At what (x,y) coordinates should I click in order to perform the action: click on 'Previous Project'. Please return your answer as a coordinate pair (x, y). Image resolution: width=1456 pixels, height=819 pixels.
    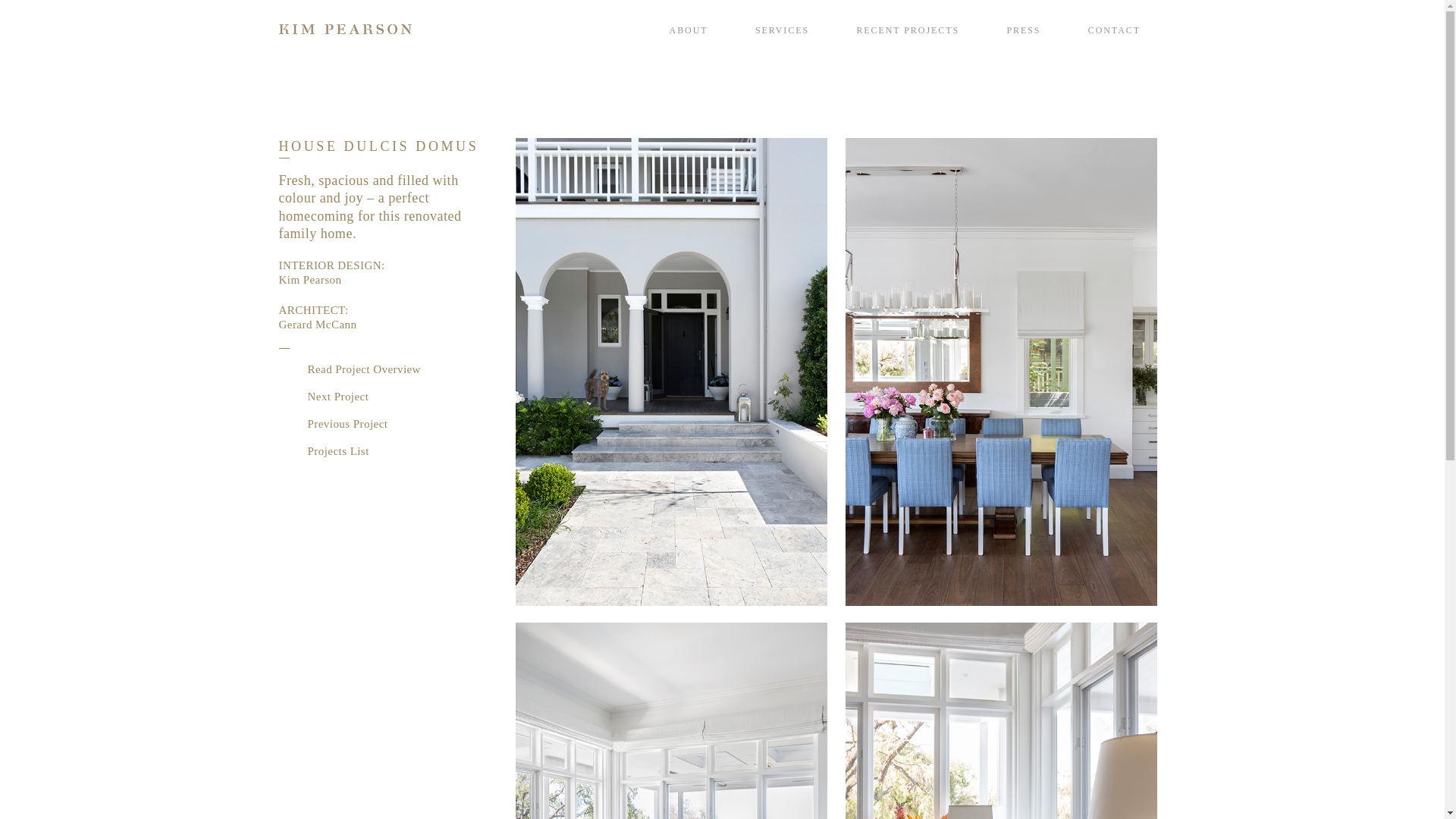
    Looking at the image, I should click on (333, 424).